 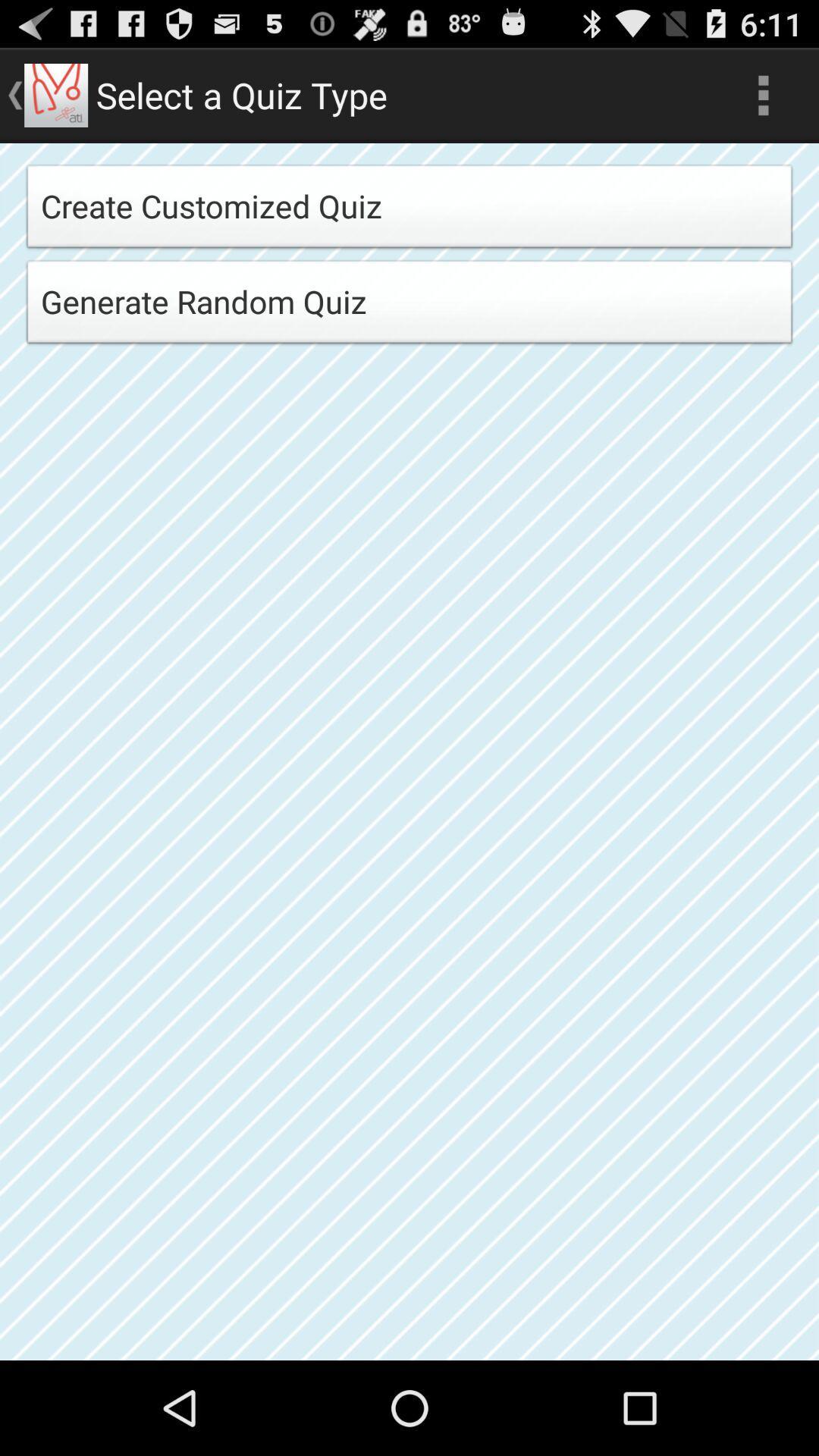 I want to click on the app to the right of select a quiz icon, so click(x=763, y=94).